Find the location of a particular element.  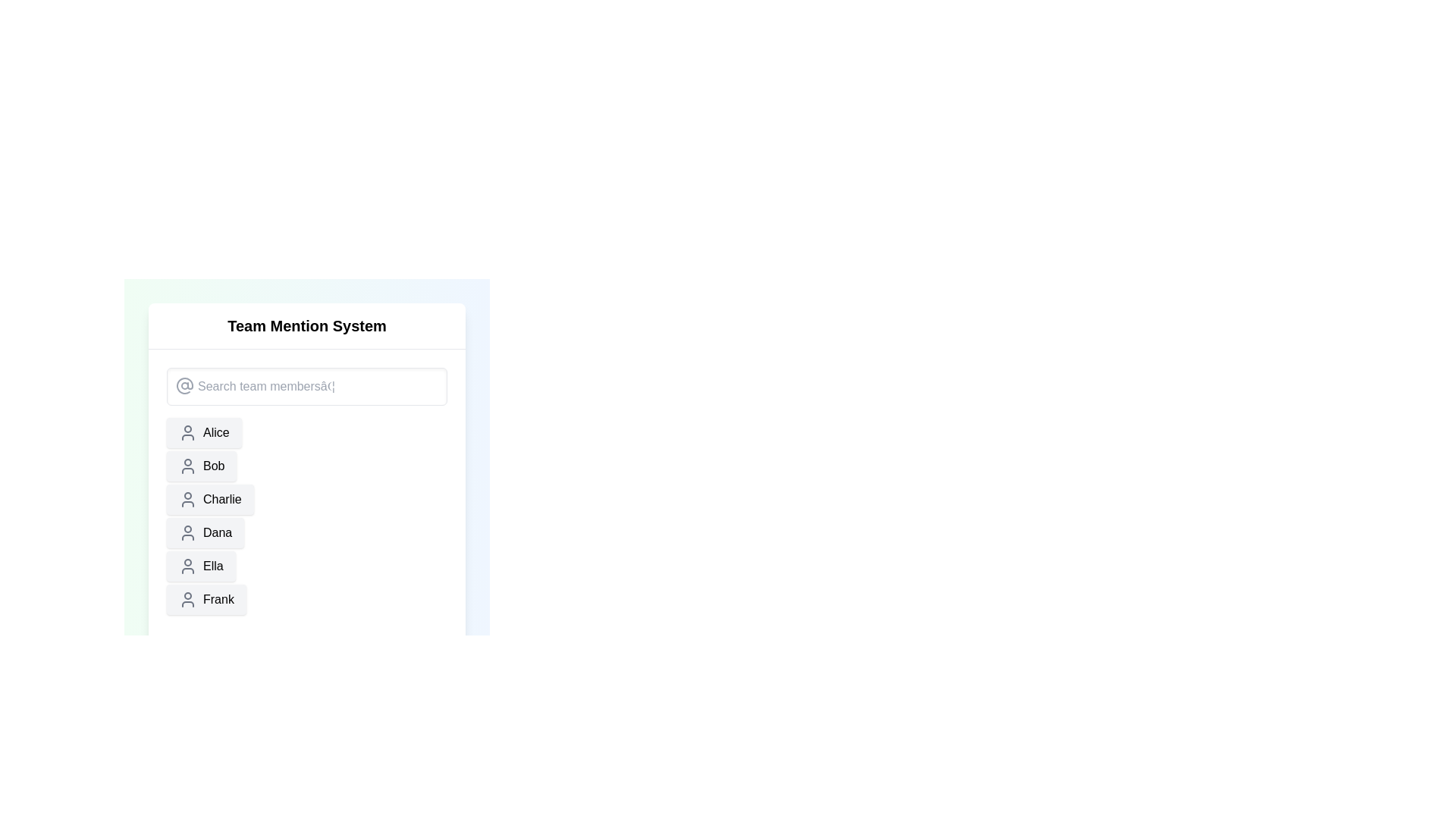

a name in the 'Team Mention System' is located at coordinates (306, 512).